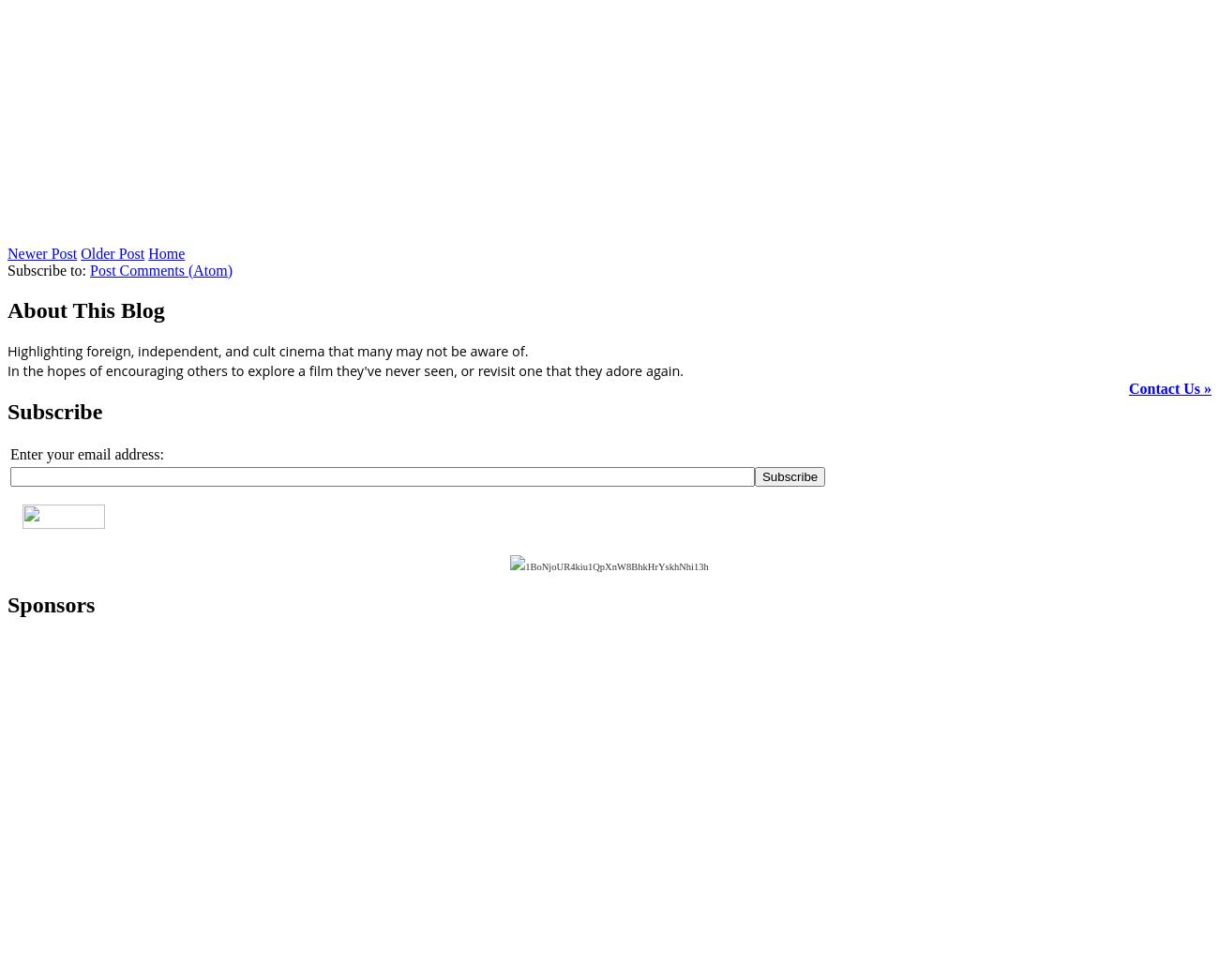 This screenshot has height=980, width=1219. What do you see at coordinates (7, 350) in the screenshot?
I see `'Highlighting foreign, independent, and cult cinema that many may not be aware of.'` at bounding box center [7, 350].